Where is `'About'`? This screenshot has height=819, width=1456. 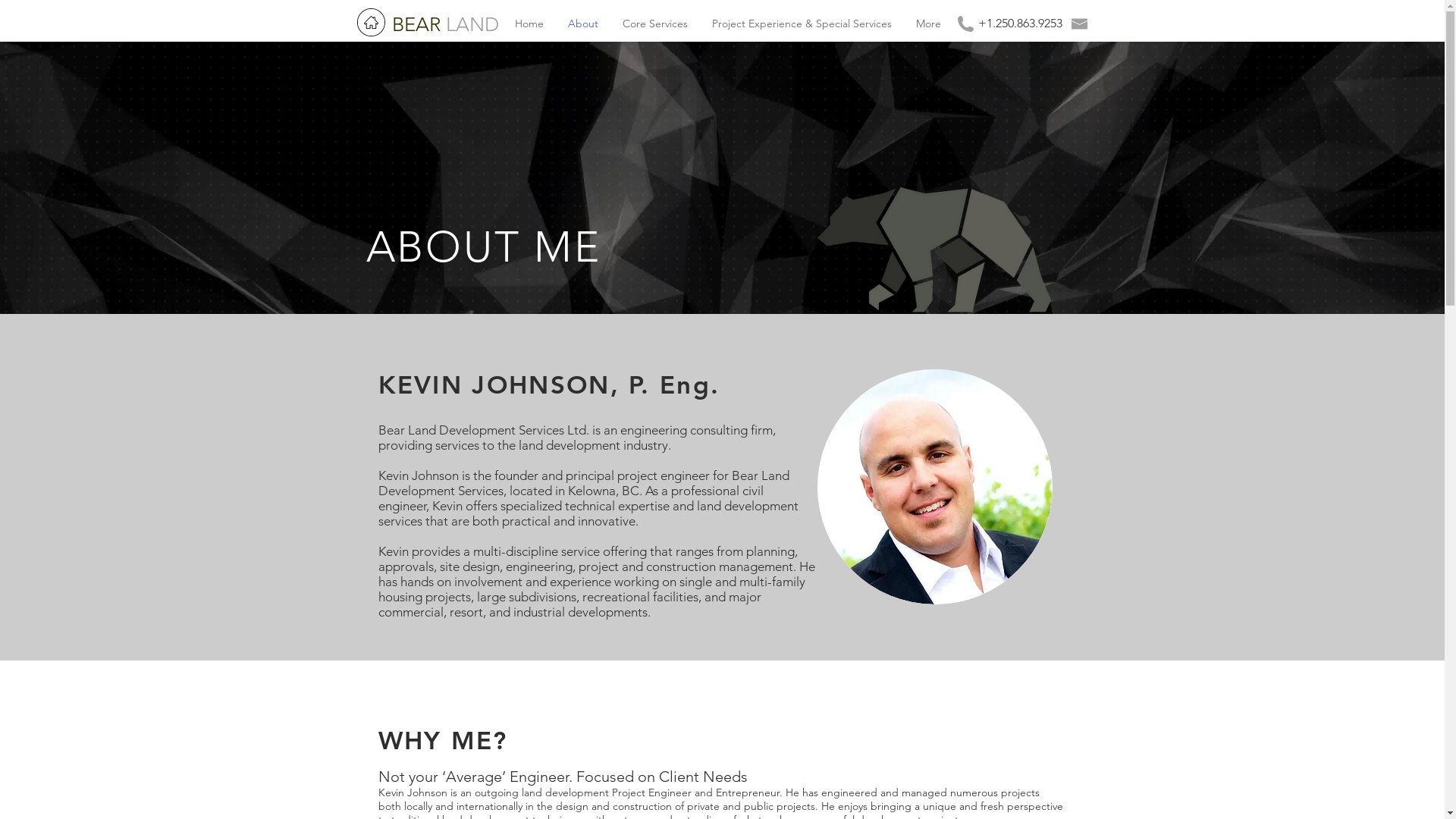 'About' is located at coordinates (582, 24).